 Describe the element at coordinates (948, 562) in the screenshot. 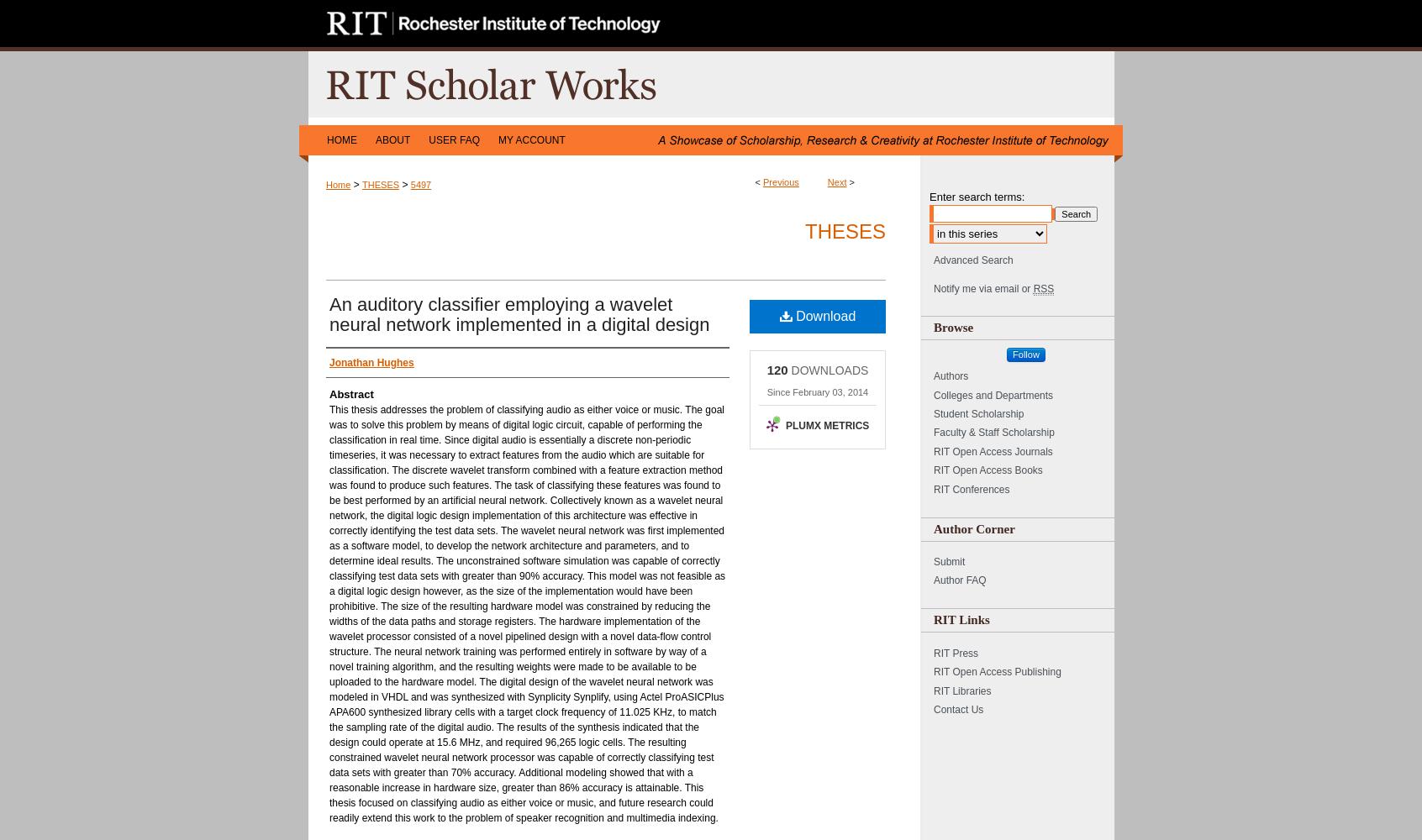

I see `'Submit'` at that location.